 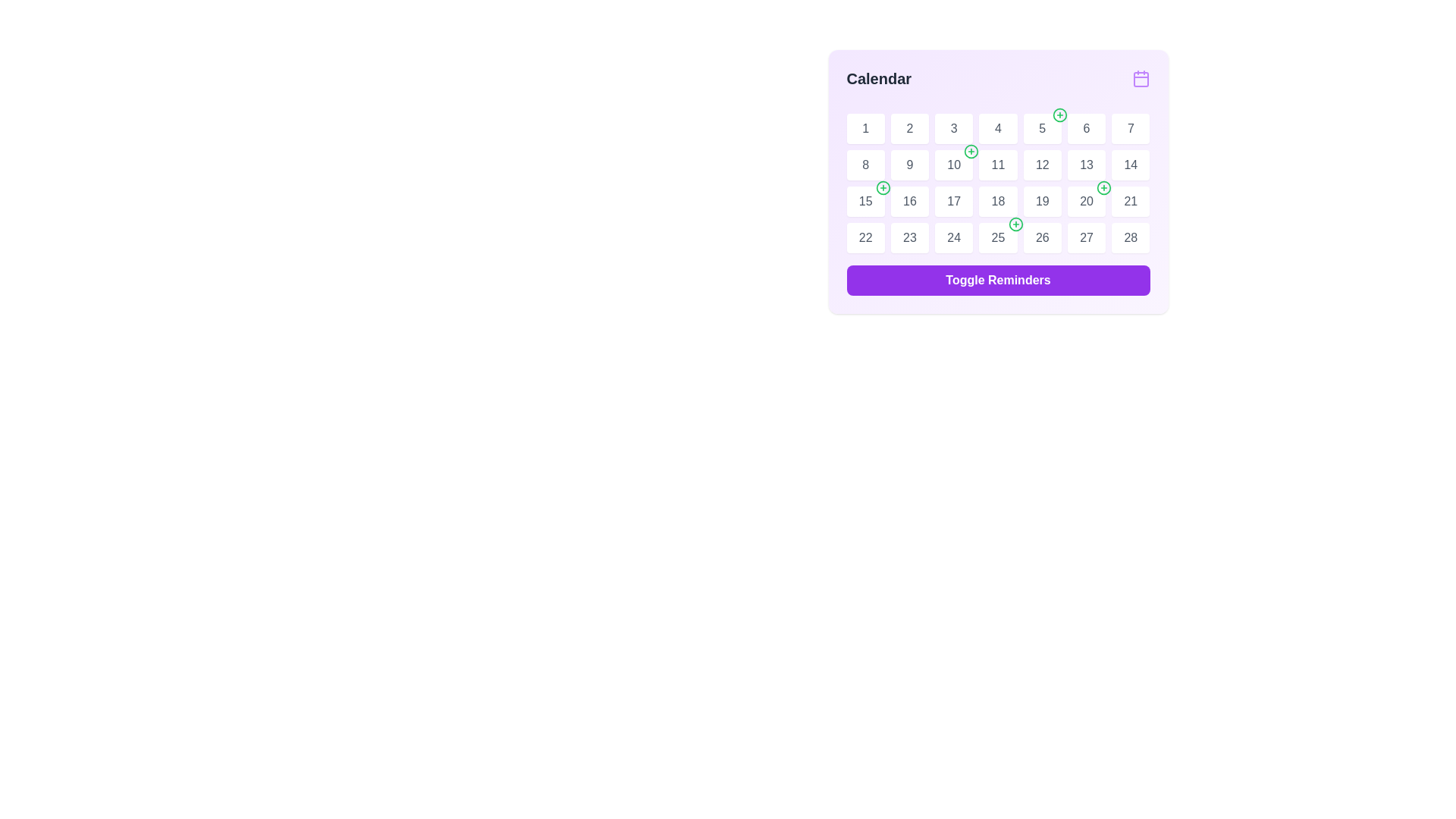 What do you see at coordinates (910, 165) in the screenshot?
I see `the date cell displaying '9' on the calendar interface to show a context menu` at bounding box center [910, 165].